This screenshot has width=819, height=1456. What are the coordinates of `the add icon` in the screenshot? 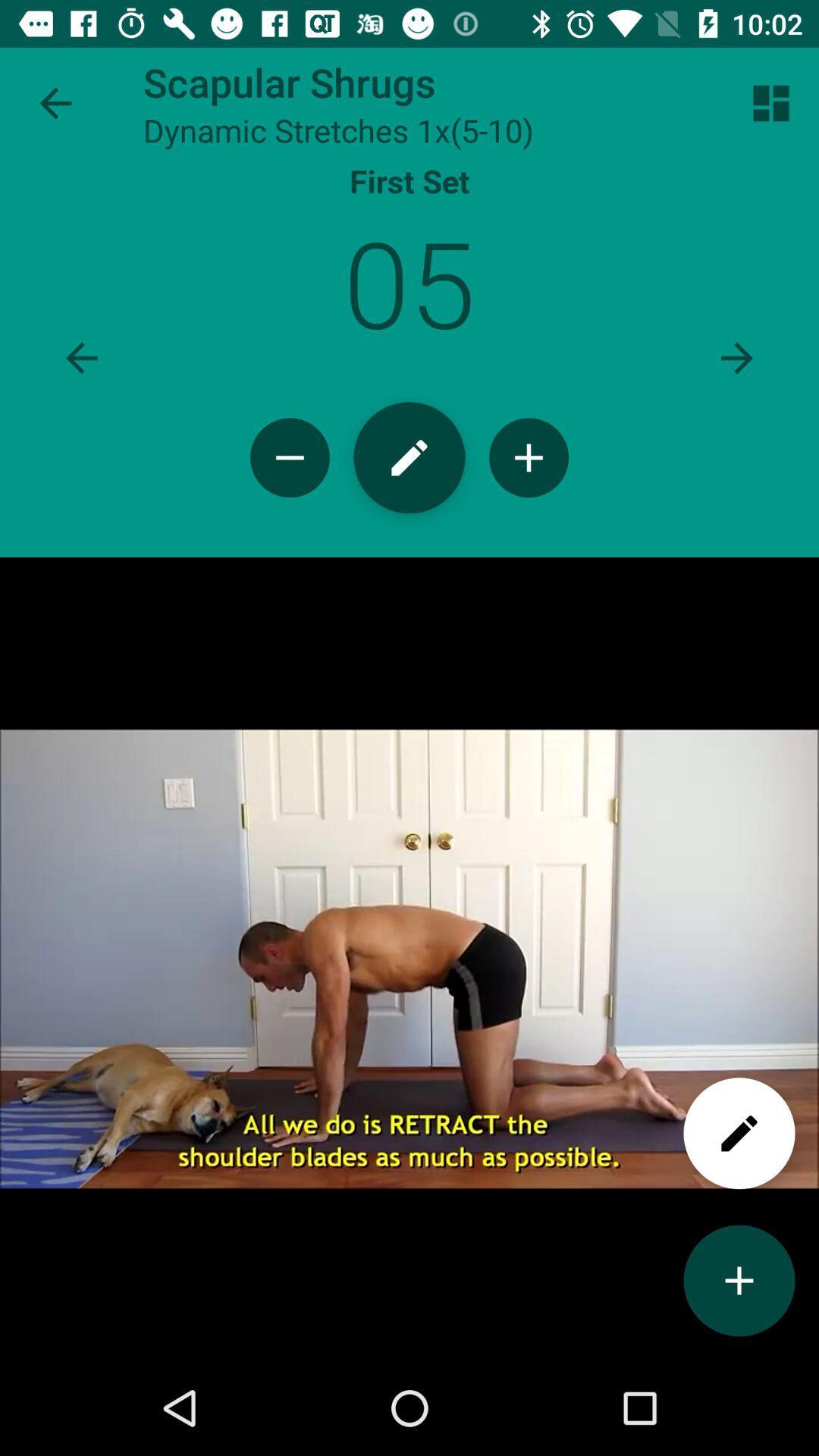 It's located at (528, 490).